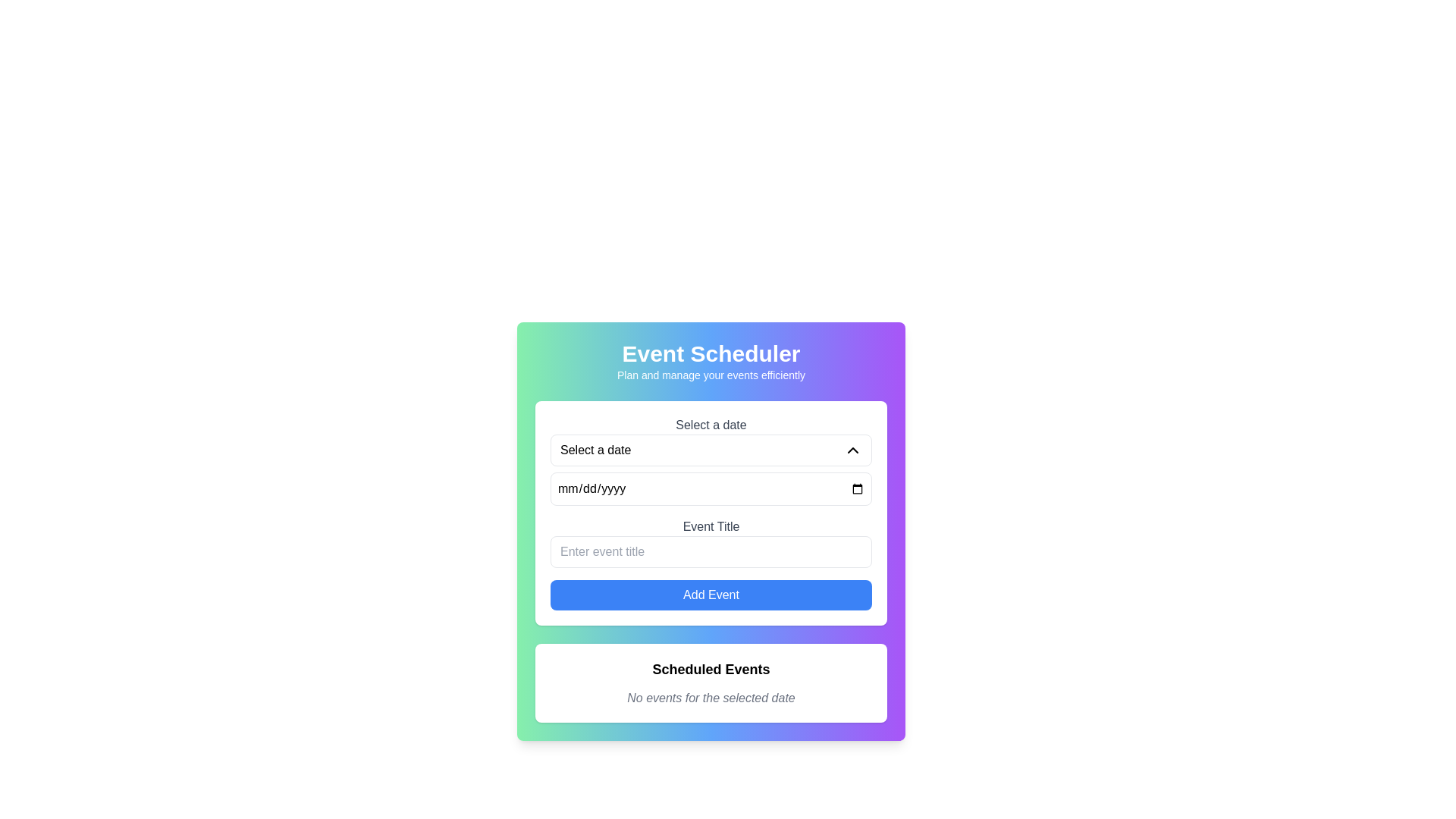  I want to click on the Text label that serves as a heading for the date selection interface, which is positioned above the dropdown and date input field in the 'Select a date' grouping, so click(710, 425).